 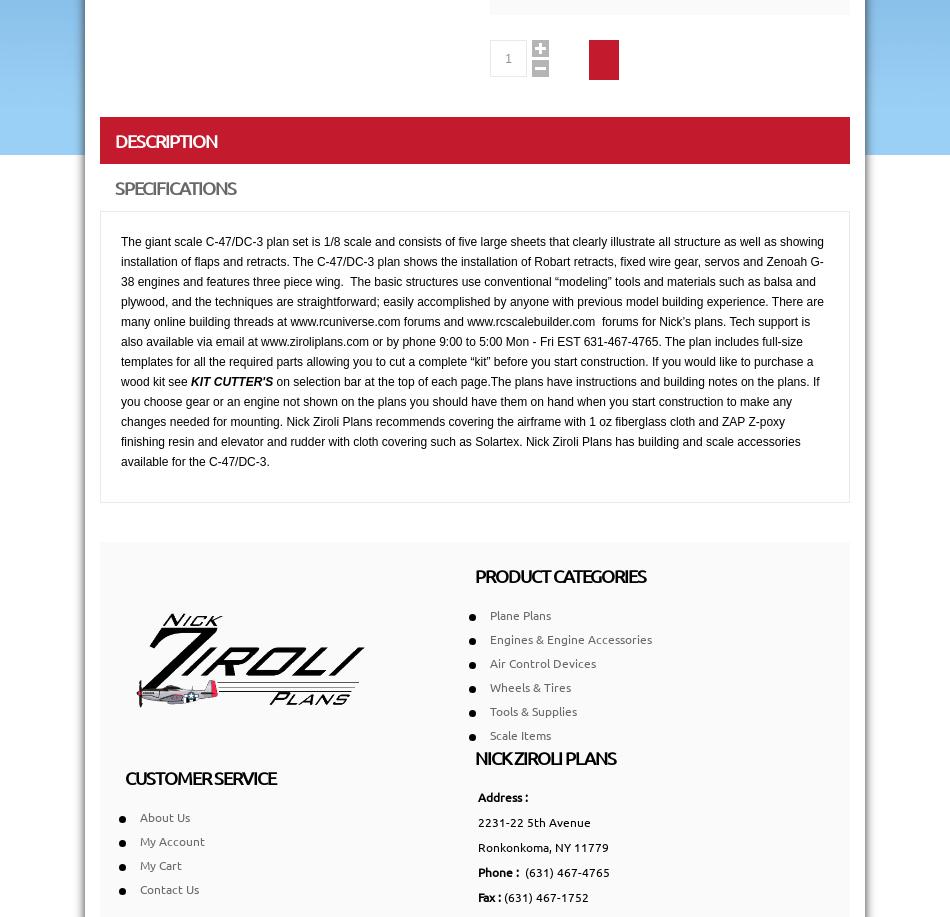 I want to click on 'The giant scale C-47/DC-3 plan set is 1/8 scale and consists of five large sheets that clearly illustrate all structure as well as showing installation of flaps and retracts. The C-47/DC-3 plan shows the installation of Robart retracts, fixed wire gear, servos and Zenoah G-38 engines and features three piece wing.  The basic structures use conventional “modeling” tools and materials such as balsa and plywood, and the techniques are straightforward; easily accomplished by anyone with previous model building experience. There are many online building threads at www.rcuniverse.com forums and www.rcscalebuilder.com  forums for Nick’s plans. Tech support is also available via email at www.ziroliplans.com or by phone 9:00 to 5:00 Mon - Fri EST 631-467-4765. The plan includes full-size templates for all the required parts allowing you to cut a complete “kit” before you start construction. If you would like to purchase a wood kit see', so click(x=471, y=311).